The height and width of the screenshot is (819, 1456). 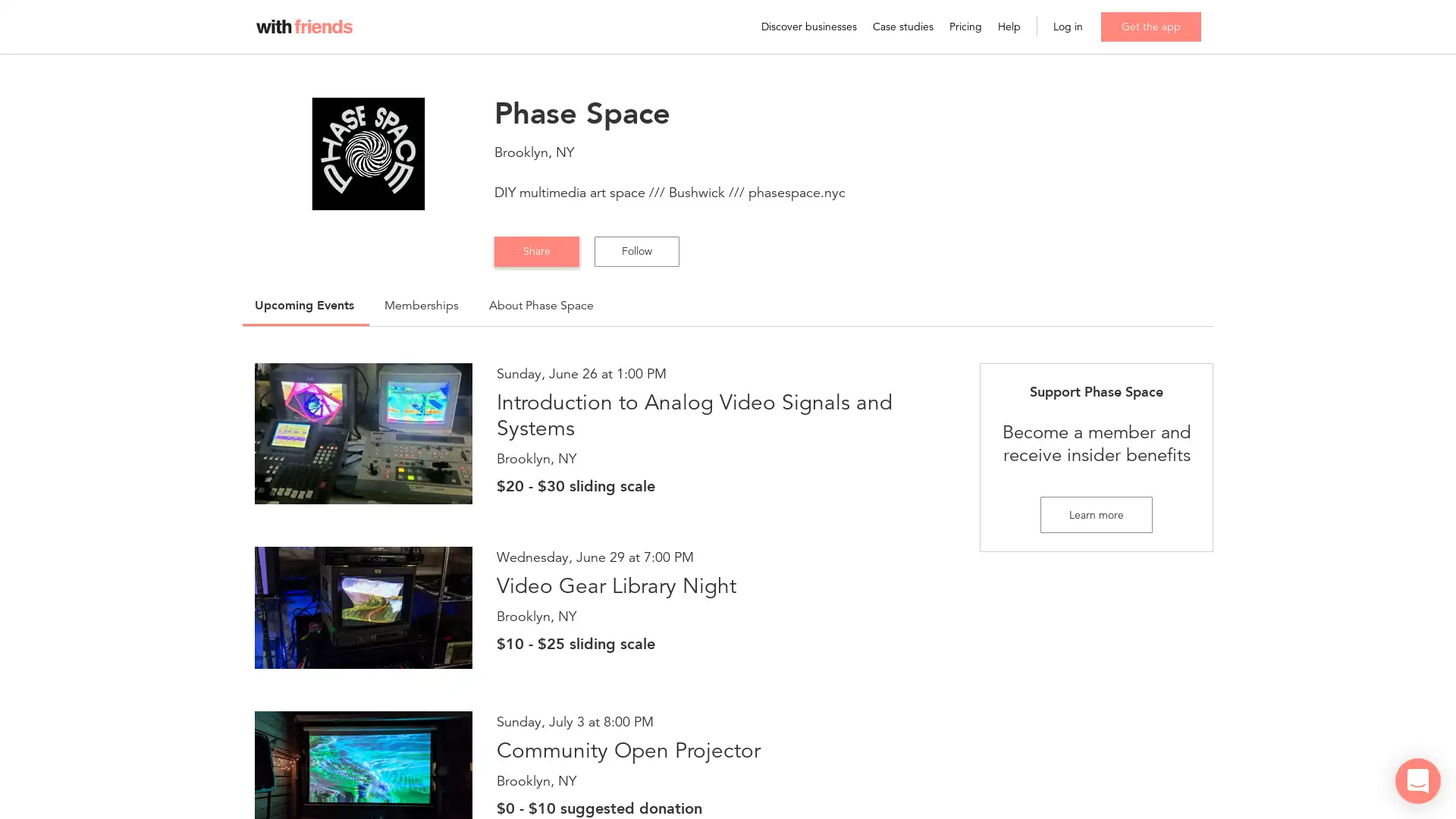 What do you see at coordinates (1417, 780) in the screenshot?
I see `Open Intercom Messenger` at bounding box center [1417, 780].